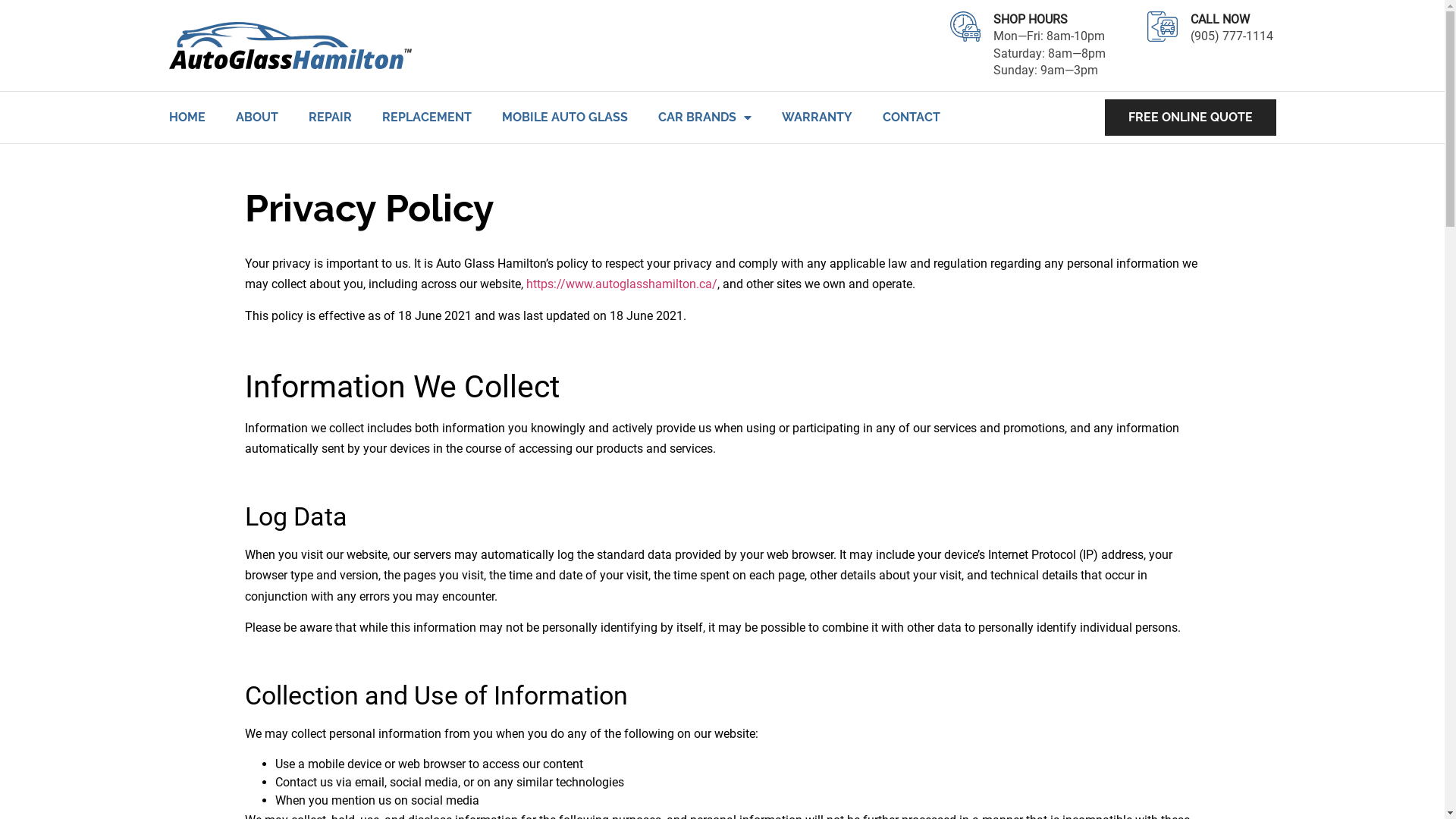 The image size is (1456, 819). I want to click on 'ABOUT', so click(256, 116).